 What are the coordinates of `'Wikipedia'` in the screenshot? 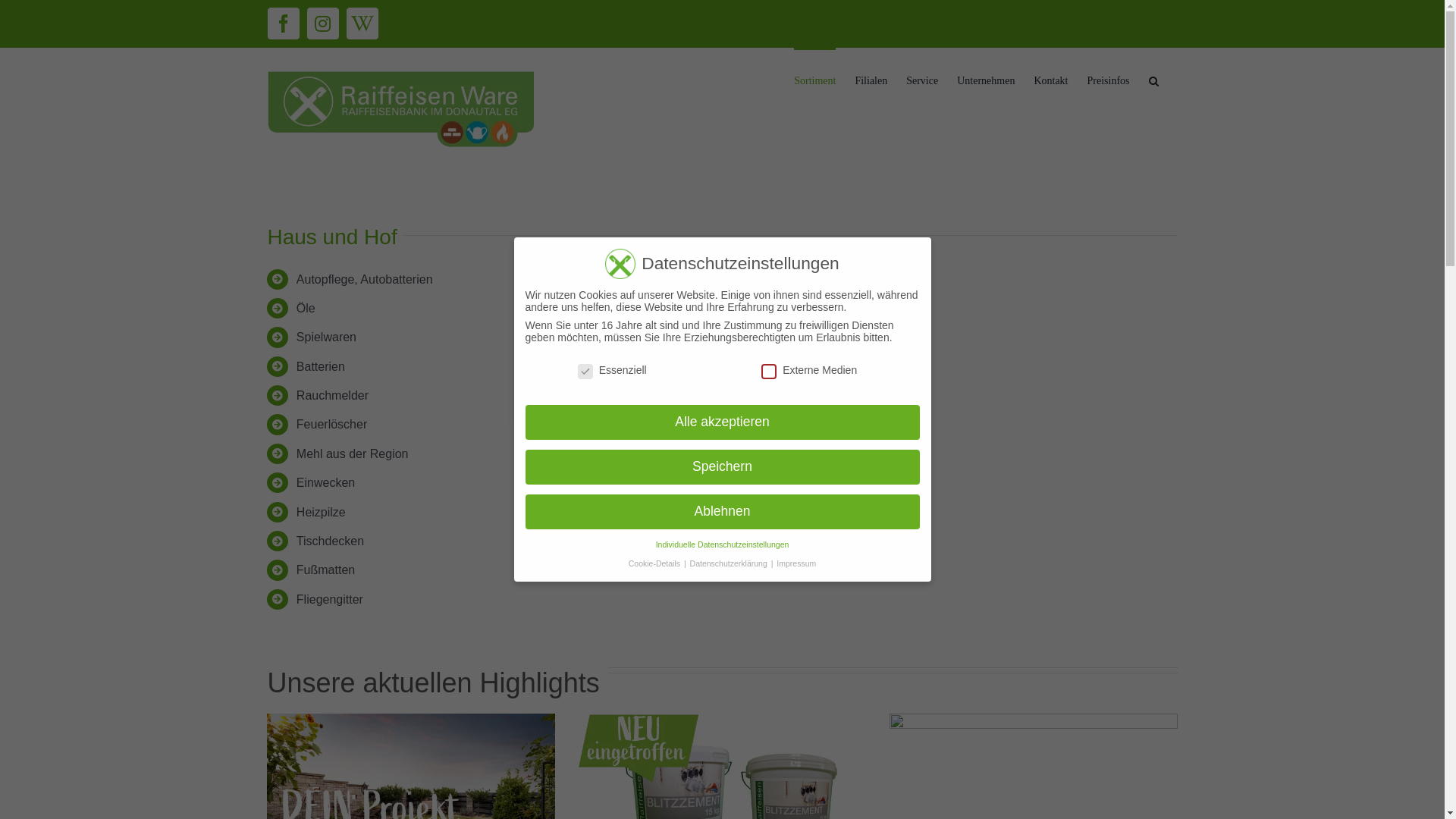 It's located at (360, 23).